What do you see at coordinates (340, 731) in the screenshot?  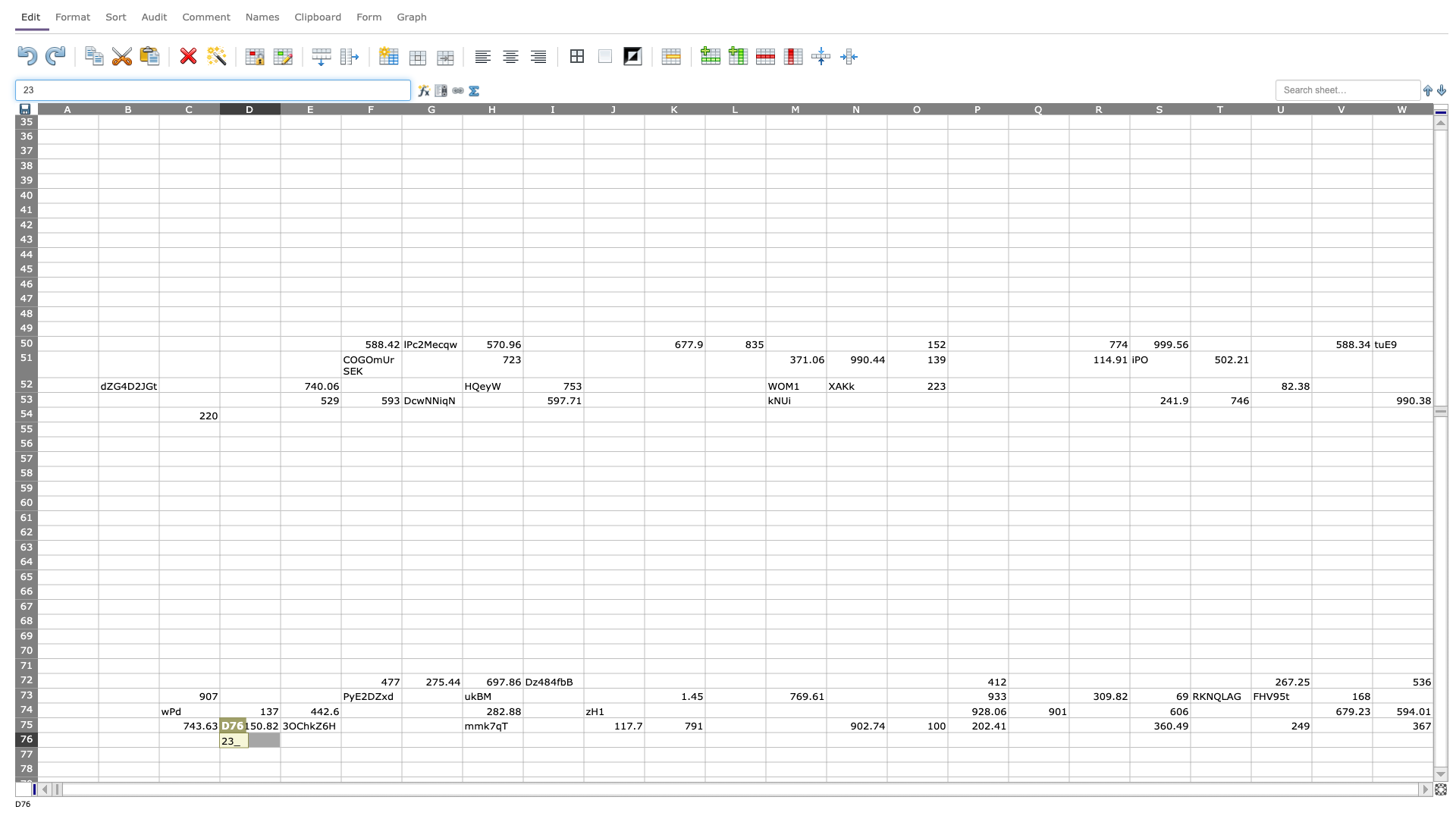 I see `Upper left corner of cell F76` at bounding box center [340, 731].